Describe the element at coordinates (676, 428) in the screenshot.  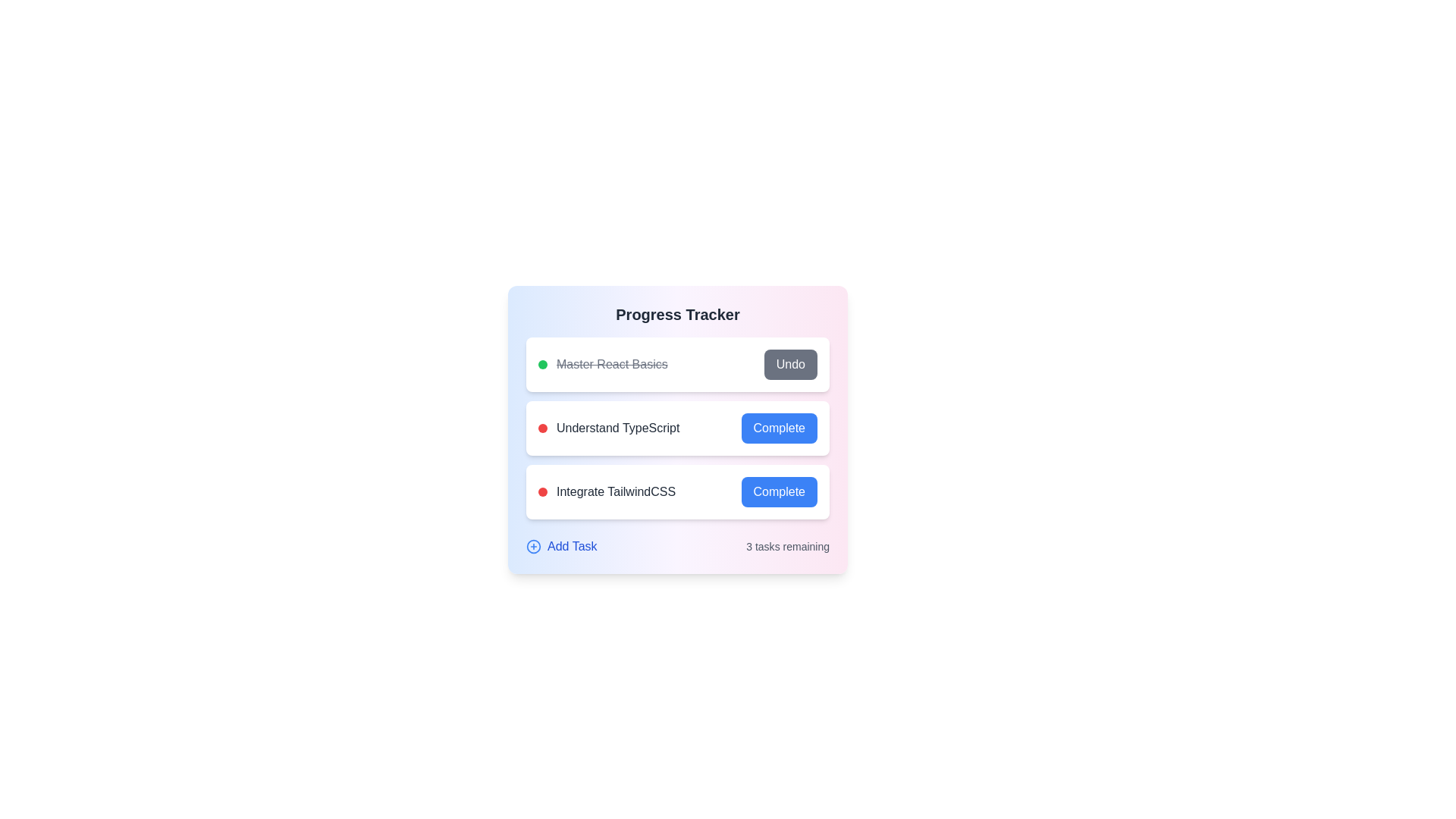
I see `a task card in the progress tracker component` at that location.